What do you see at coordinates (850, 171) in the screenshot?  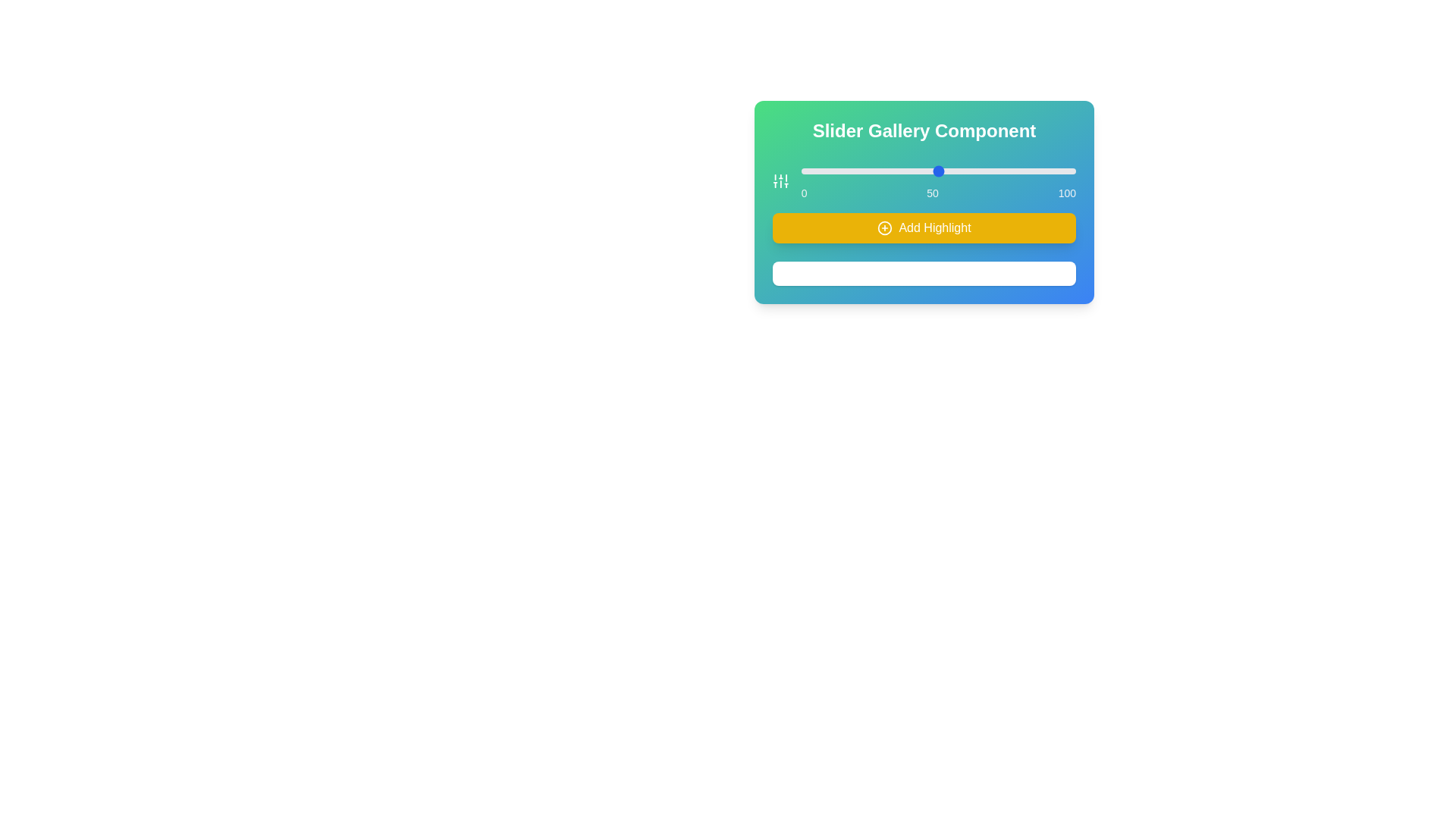 I see `the slider value` at bounding box center [850, 171].